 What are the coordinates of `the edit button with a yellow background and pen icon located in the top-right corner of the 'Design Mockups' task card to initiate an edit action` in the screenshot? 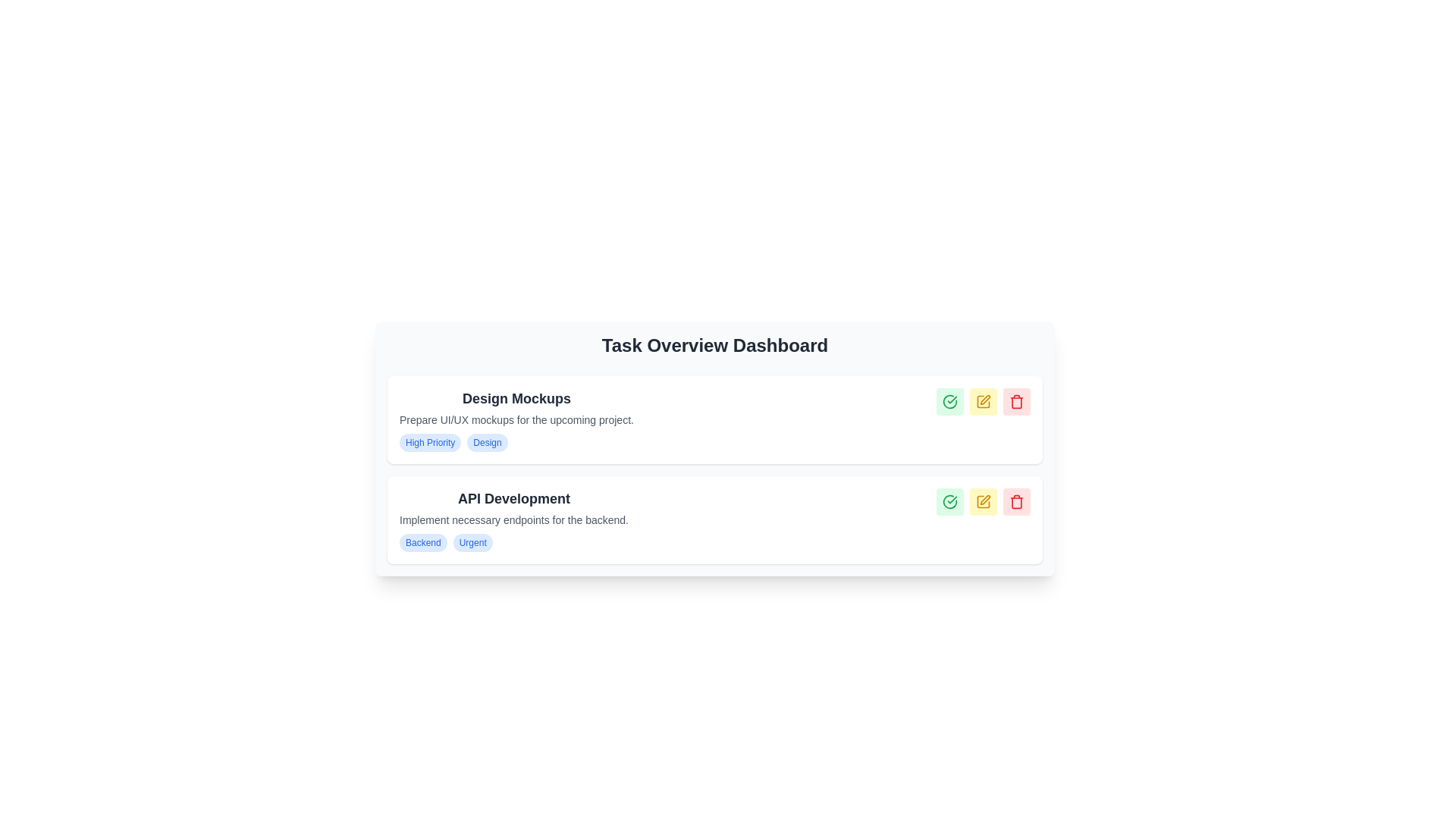 It's located at (983, 400).